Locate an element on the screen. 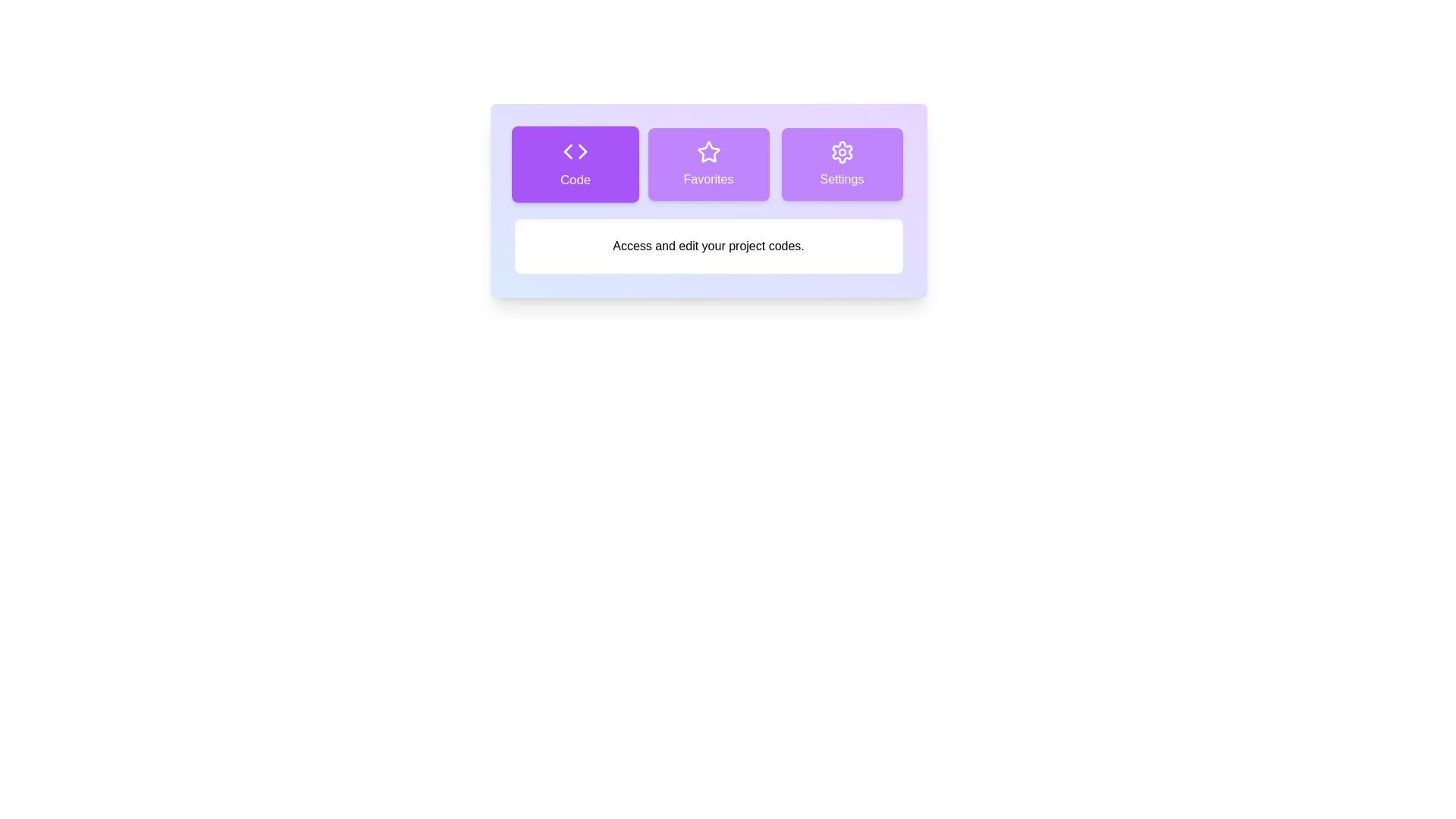  the settings button, which is the third button in a row of three buttons located to the right of 'Favorites' and beneath a gear icon is located at coordinates (841, 164).